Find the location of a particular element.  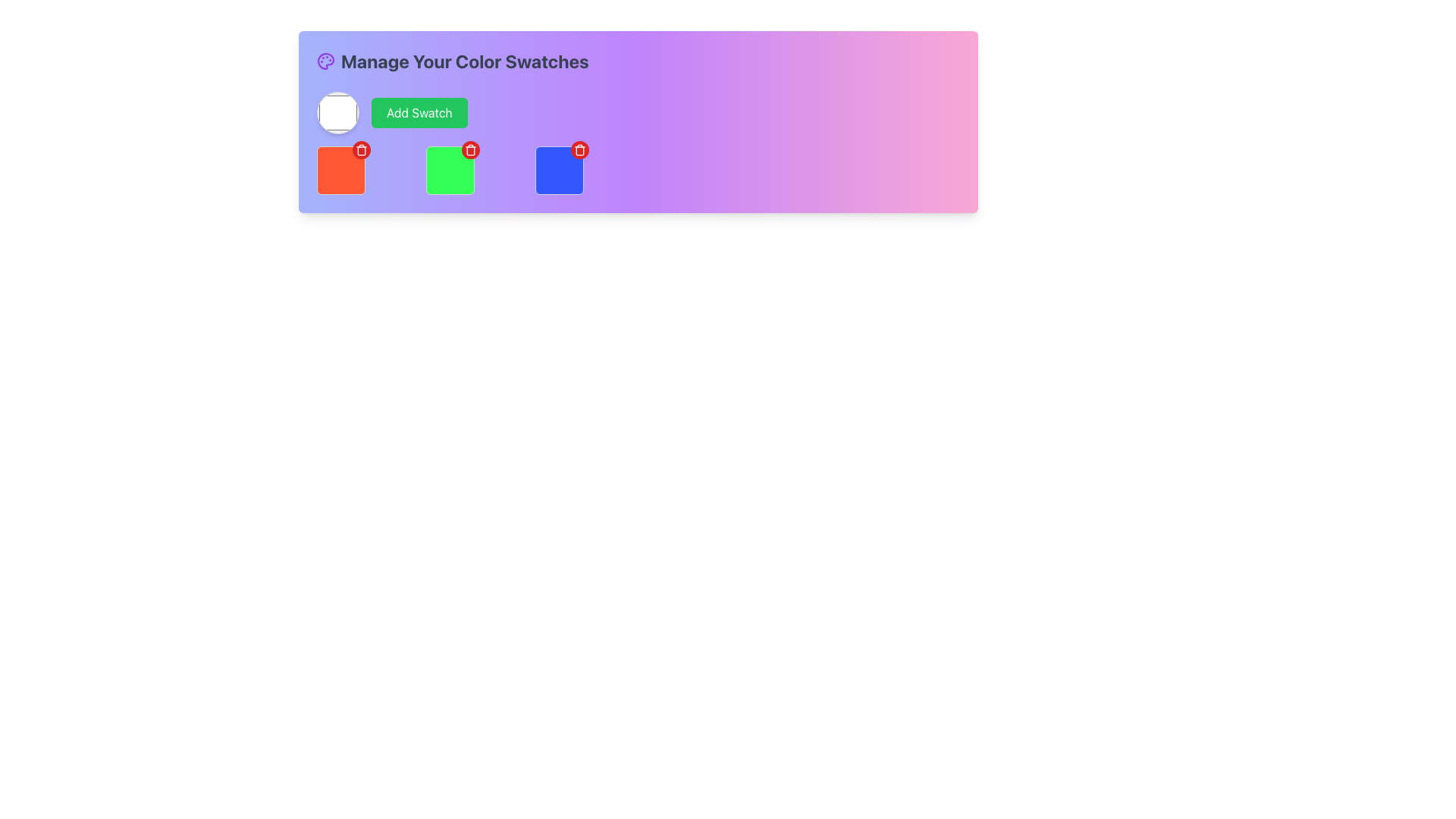

the circular red button with a trash can icon located at the top-right corner of the blue color swatch is located at coordinates (579, 149).